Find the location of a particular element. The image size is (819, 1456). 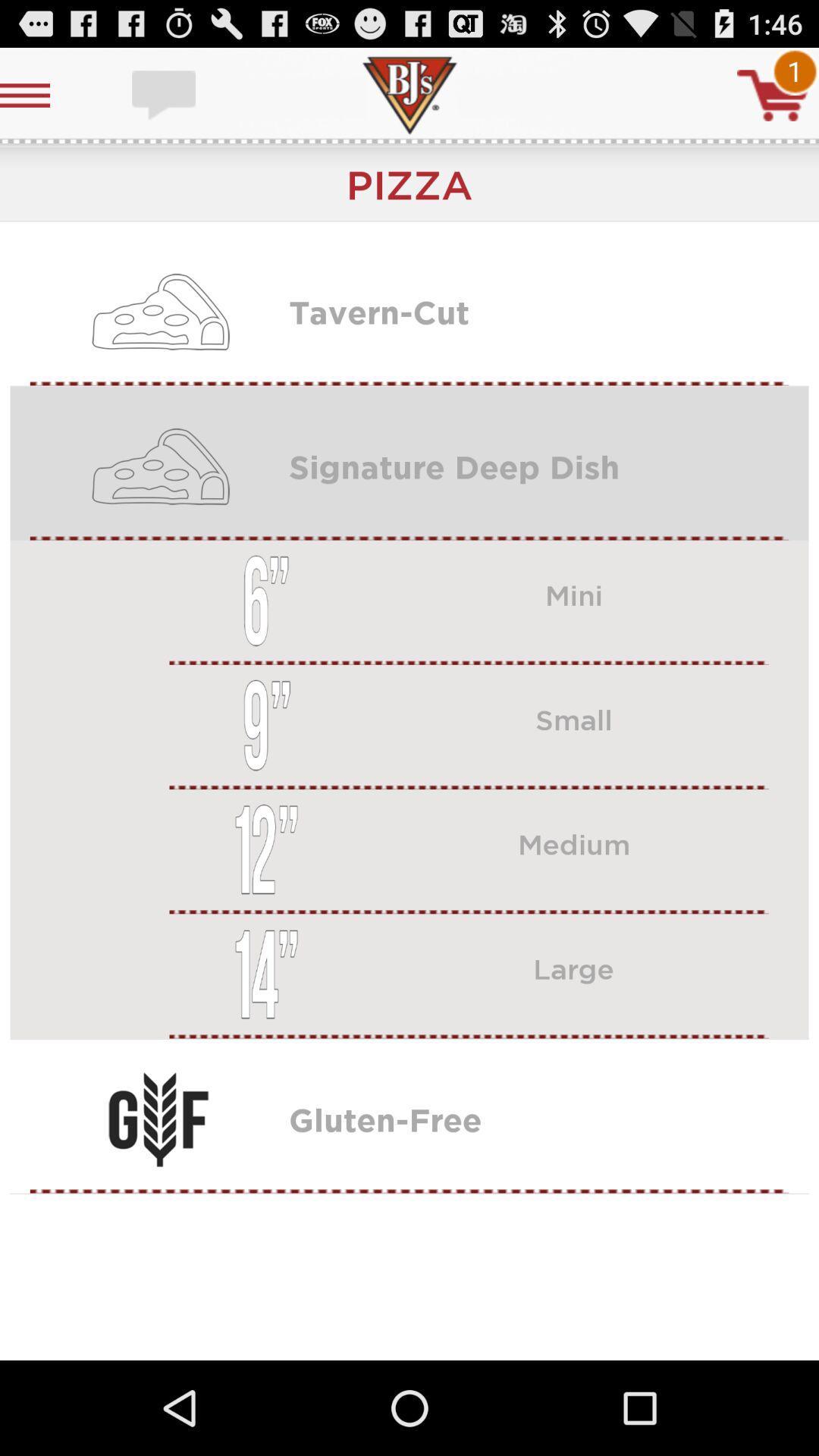

message is located at coordinates (165, 94).